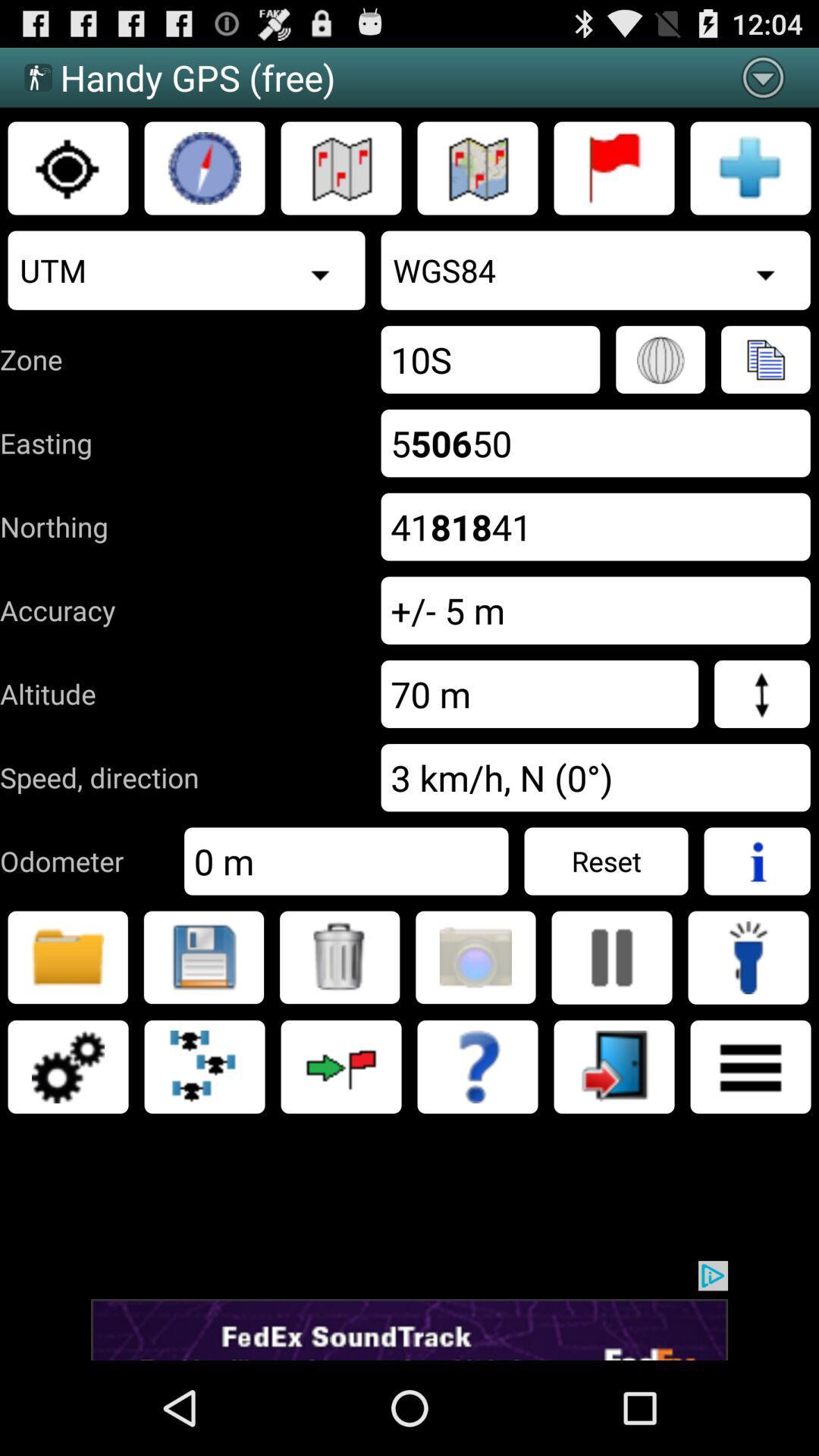 This screenshot has width=819, height=1456. I want to click on the explore icon, so click(205, 180).